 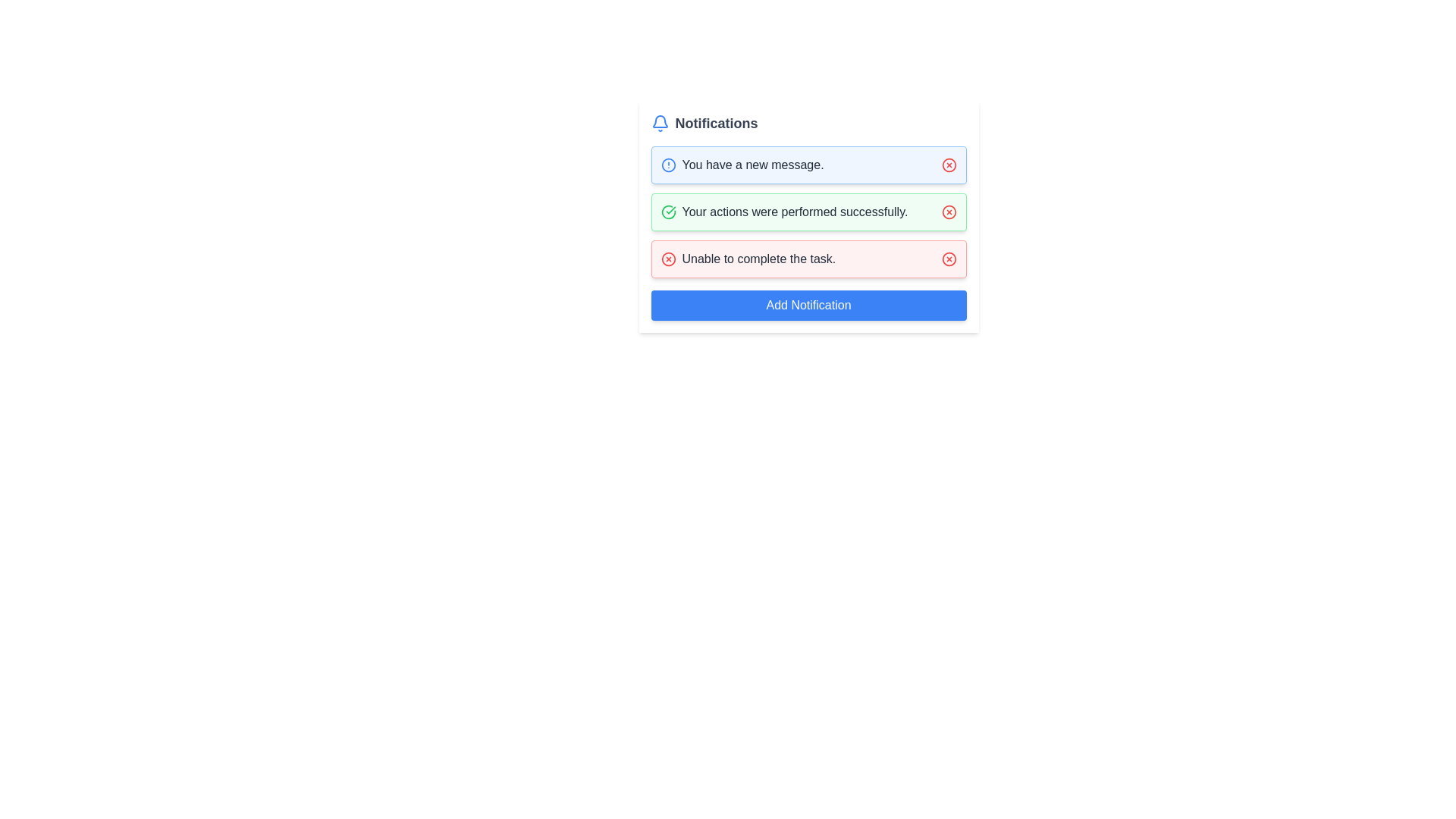 What do you see at coordinates (667, 165) in the screenshot?
I see `circular icon with a blue border located in the notification panel, aligned with the topmost notification entry, for additional information` at bounding box center [667, 165].